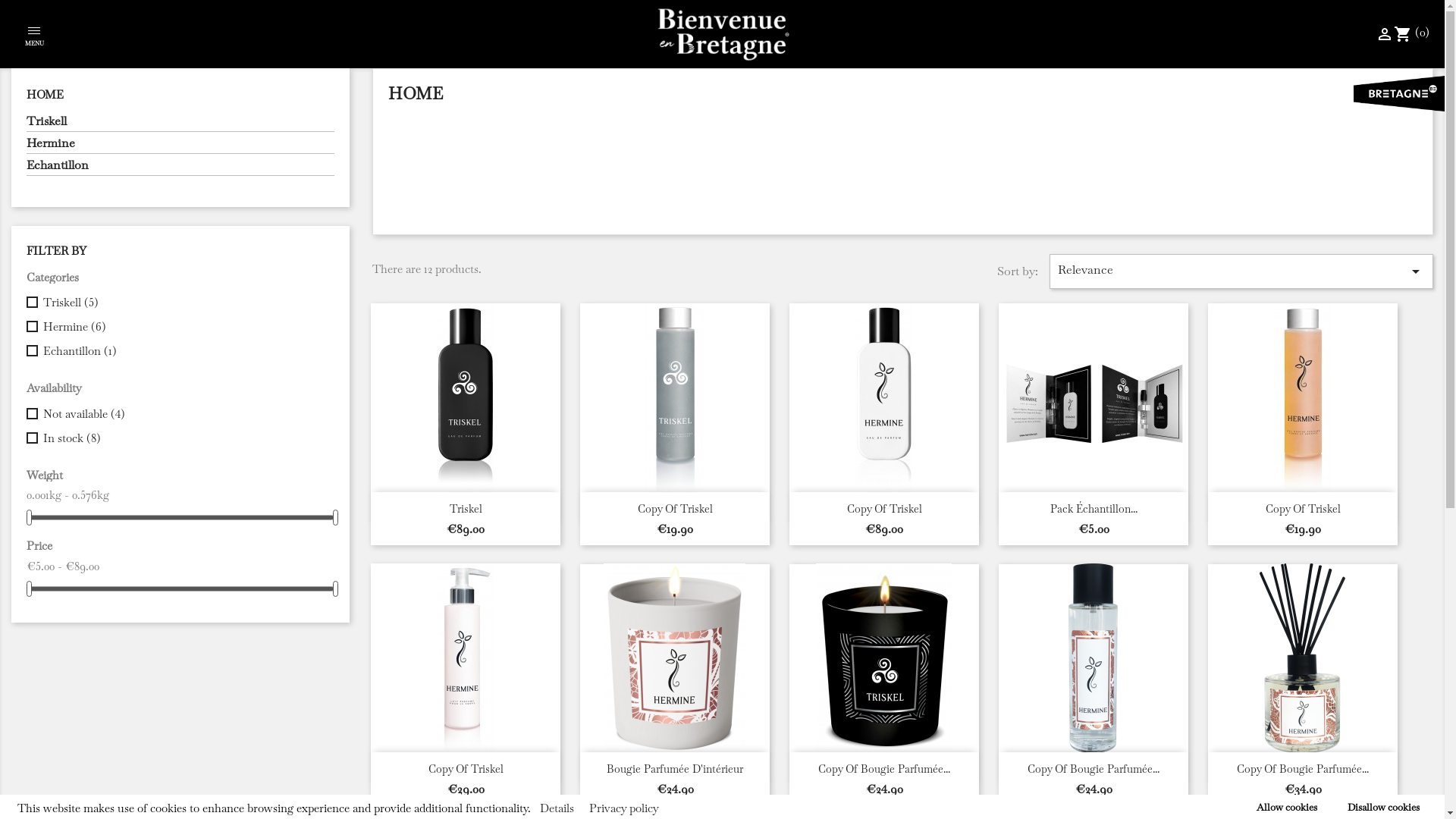 The width and height of the screenshot is (1456, 819). What do you see at coordinates (1286, 806) in the screenshot?
I see `'Allow cookies'` at bounding box center [1286, 806].